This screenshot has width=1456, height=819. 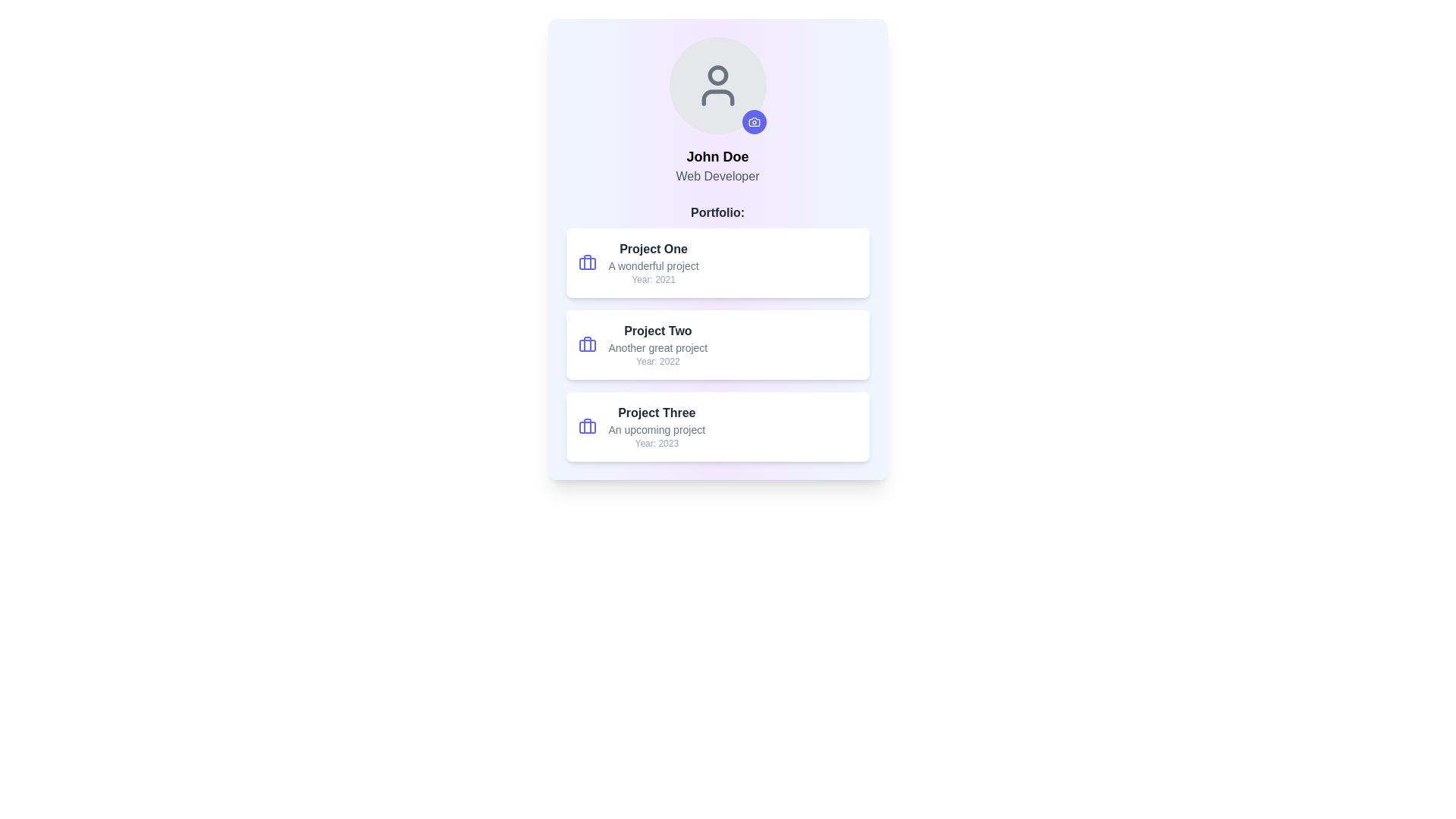 I want to click on the rectangle graphic that represents a briefcase icon, which is located to the left of the text 'Project One', 'Project Two', or 'Project Three', so click(x=586, y=427).